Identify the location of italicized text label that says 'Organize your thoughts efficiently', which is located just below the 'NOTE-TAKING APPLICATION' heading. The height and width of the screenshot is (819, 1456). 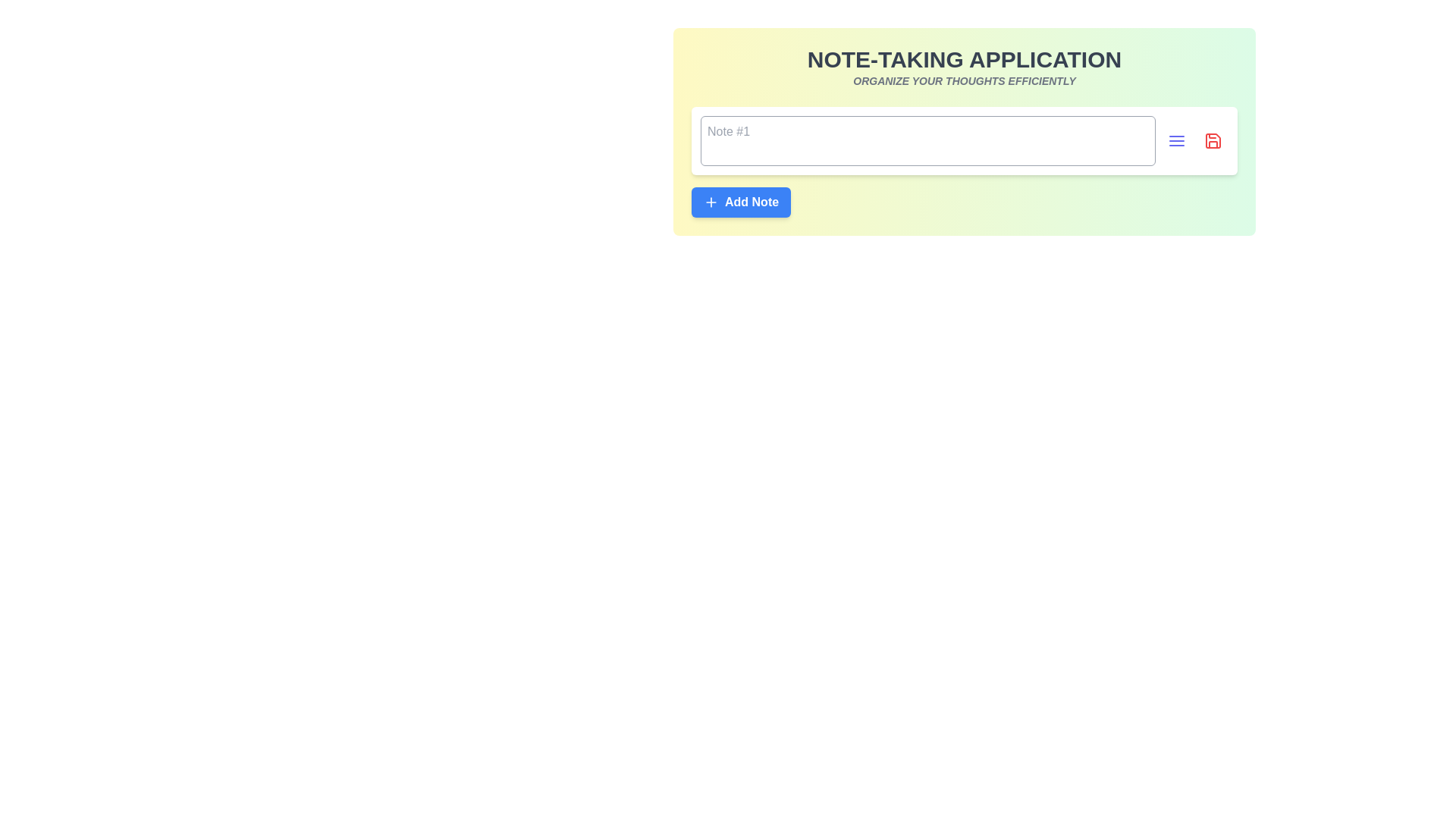
(964, 81).